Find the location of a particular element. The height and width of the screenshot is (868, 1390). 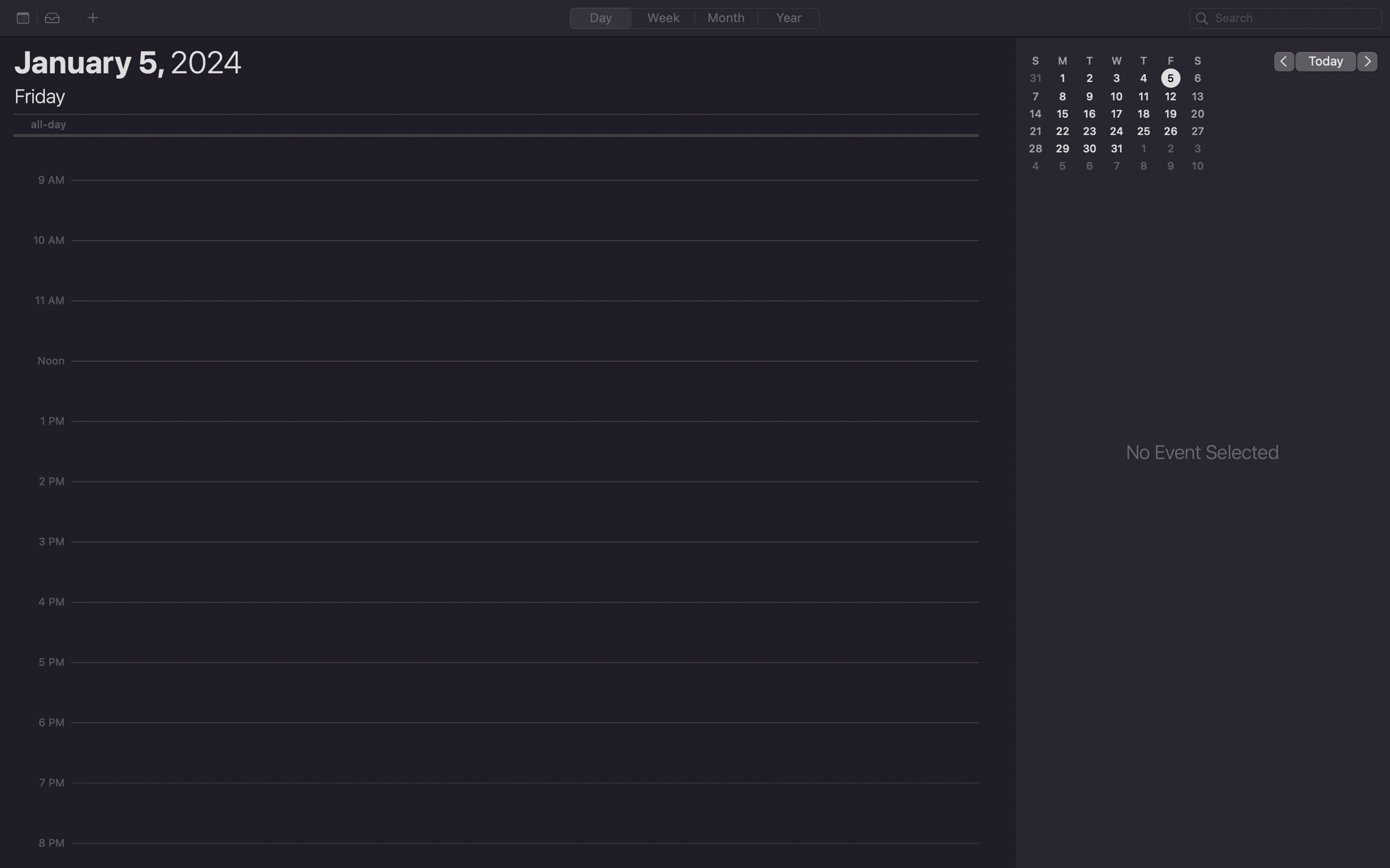

the date 2 is located at coordinates (1090, 77).